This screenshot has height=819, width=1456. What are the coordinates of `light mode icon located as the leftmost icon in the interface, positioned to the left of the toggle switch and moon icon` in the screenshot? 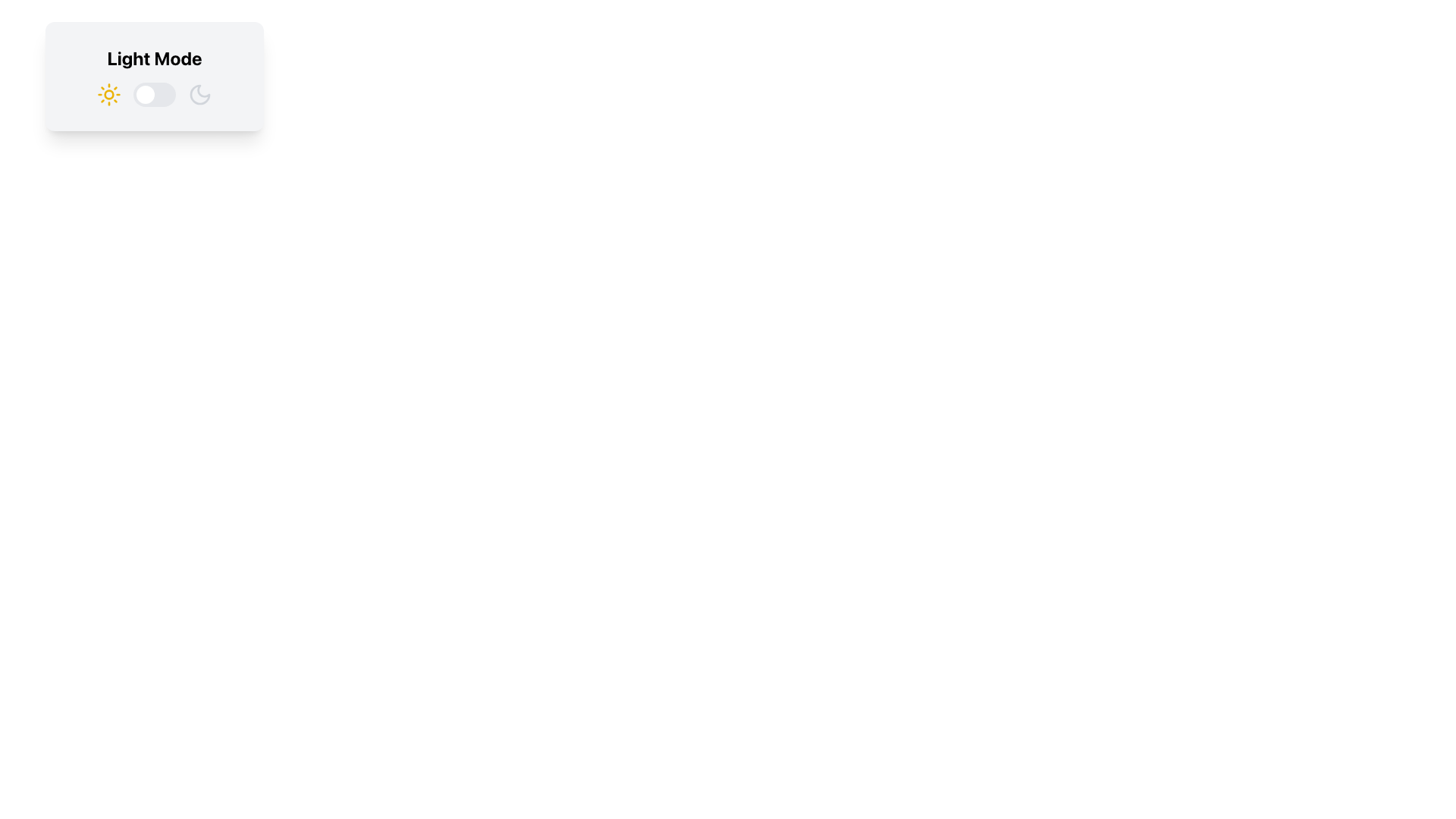 It's located at (108, 94).